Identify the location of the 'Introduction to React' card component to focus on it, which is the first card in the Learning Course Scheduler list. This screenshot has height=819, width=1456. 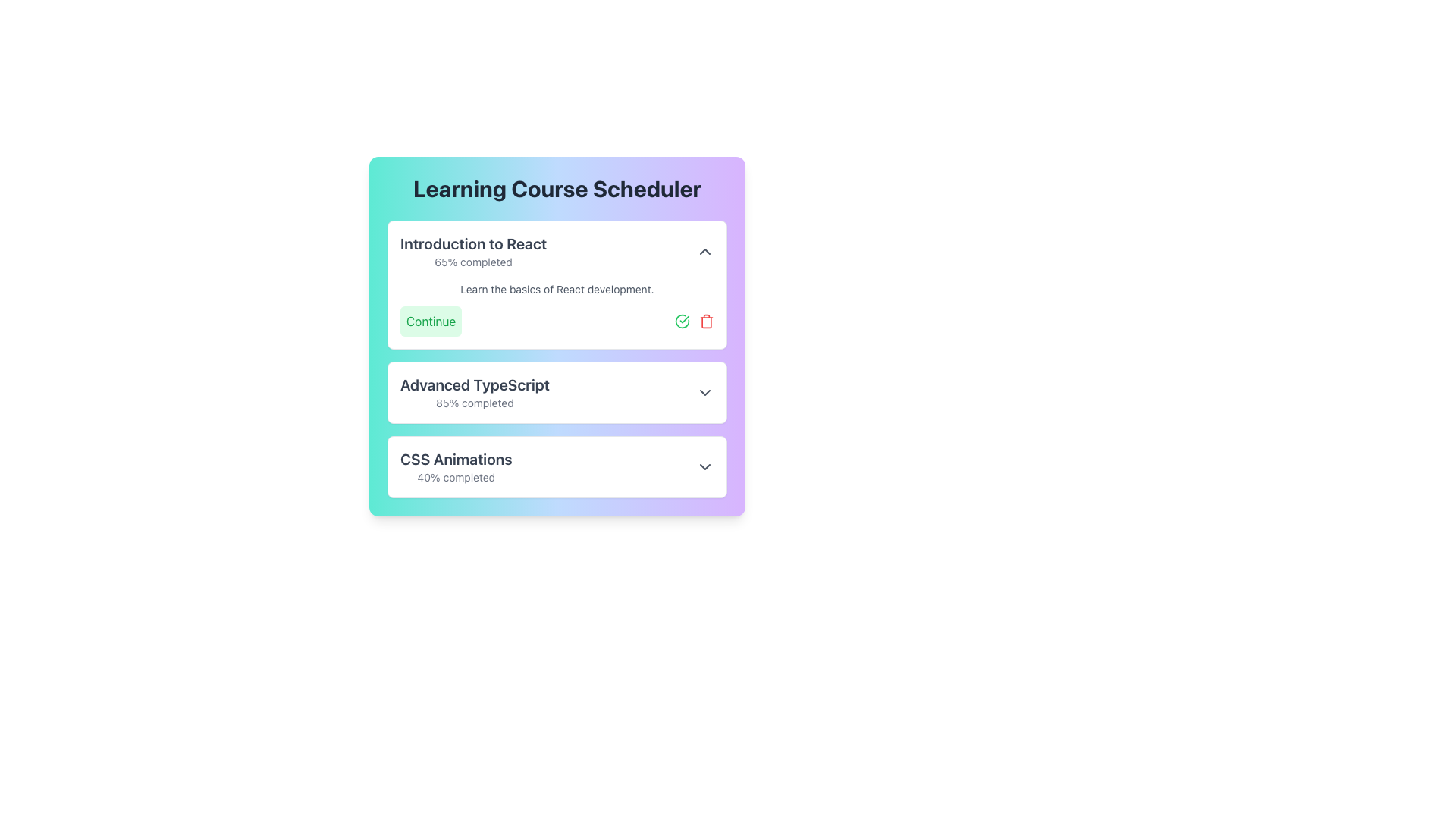
(556, 284).